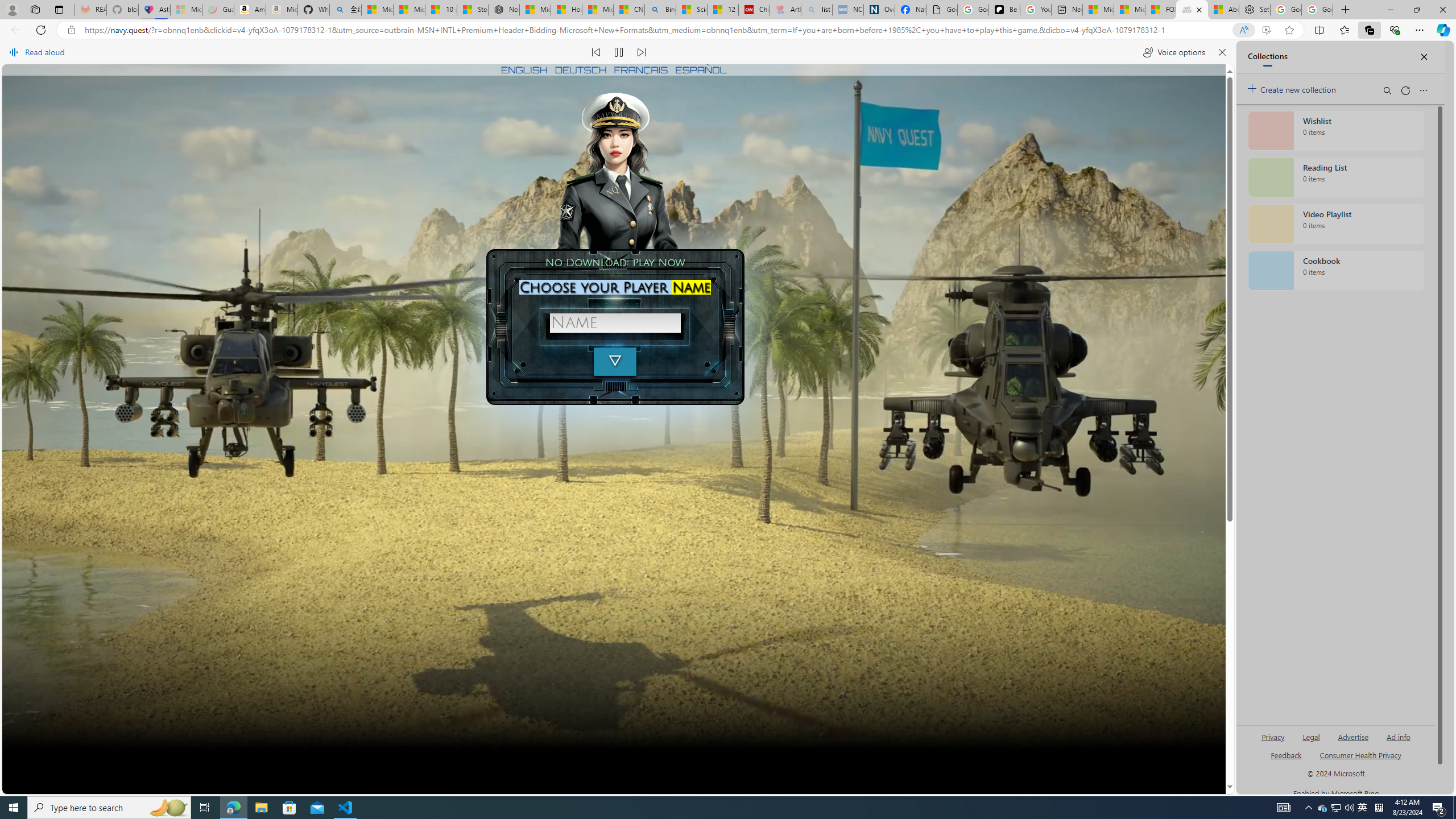 This screenshot has width=1456, height=819. What do you see at coordinates (691, 9) in the screenshot?
I see `'Science - MSN'` at bounding box center [691, 9].